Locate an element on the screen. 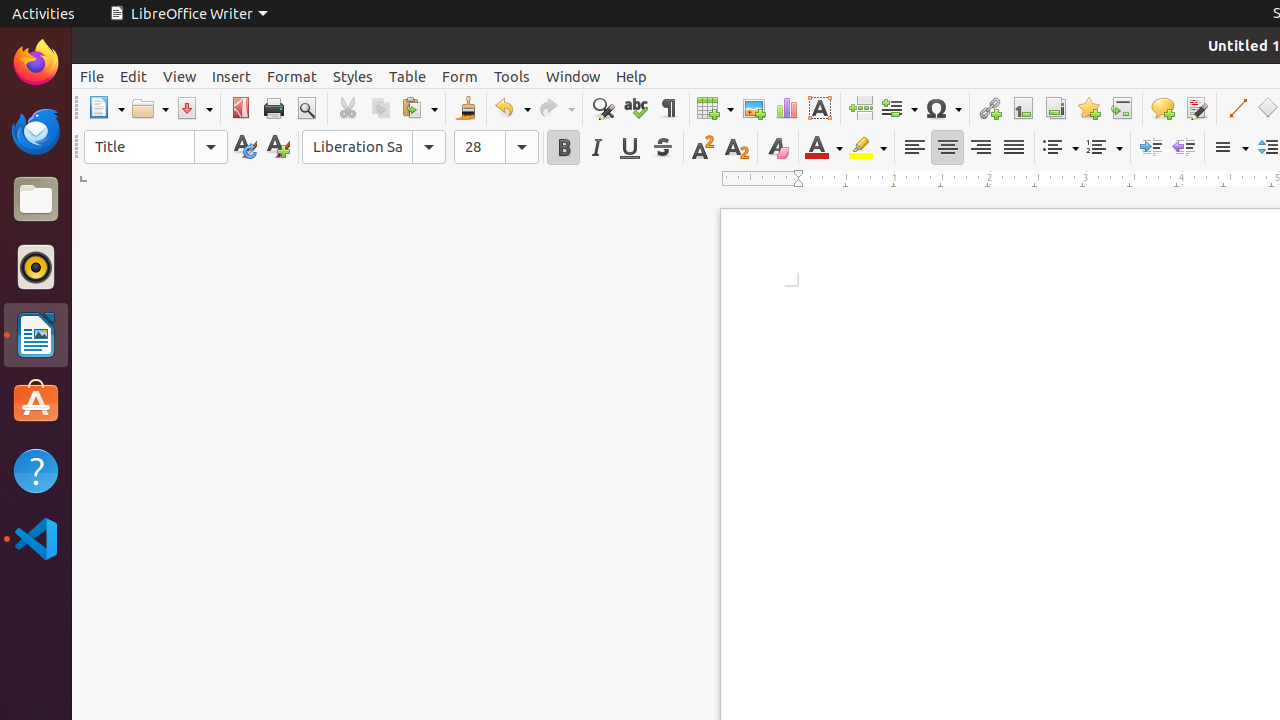 This screenshot has height=720, width=1280. 'Format' is located at coordinates (290, 75).